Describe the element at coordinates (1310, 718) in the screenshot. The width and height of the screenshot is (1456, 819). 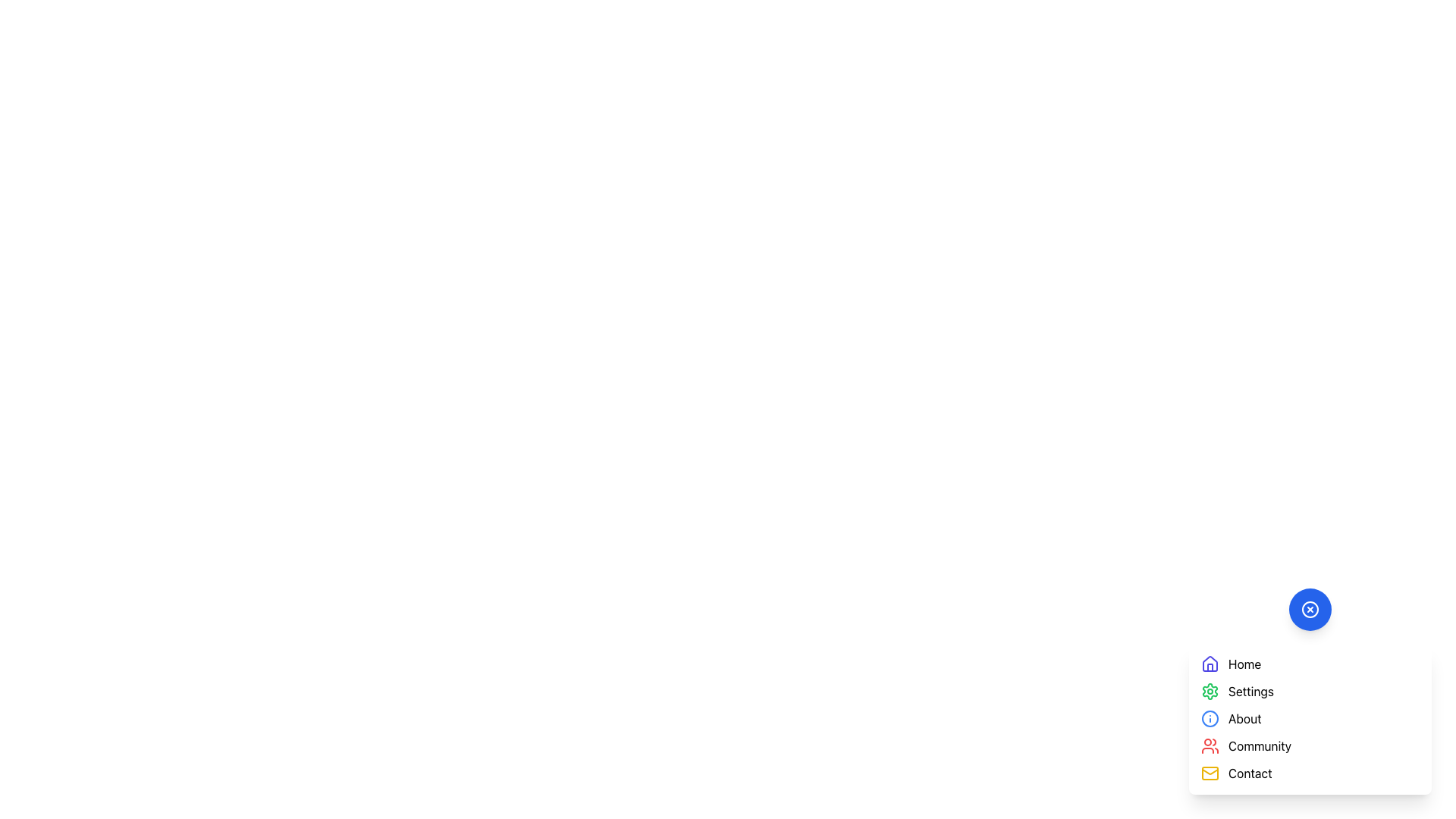
I see `the third menu item in the vertical list` at that location.